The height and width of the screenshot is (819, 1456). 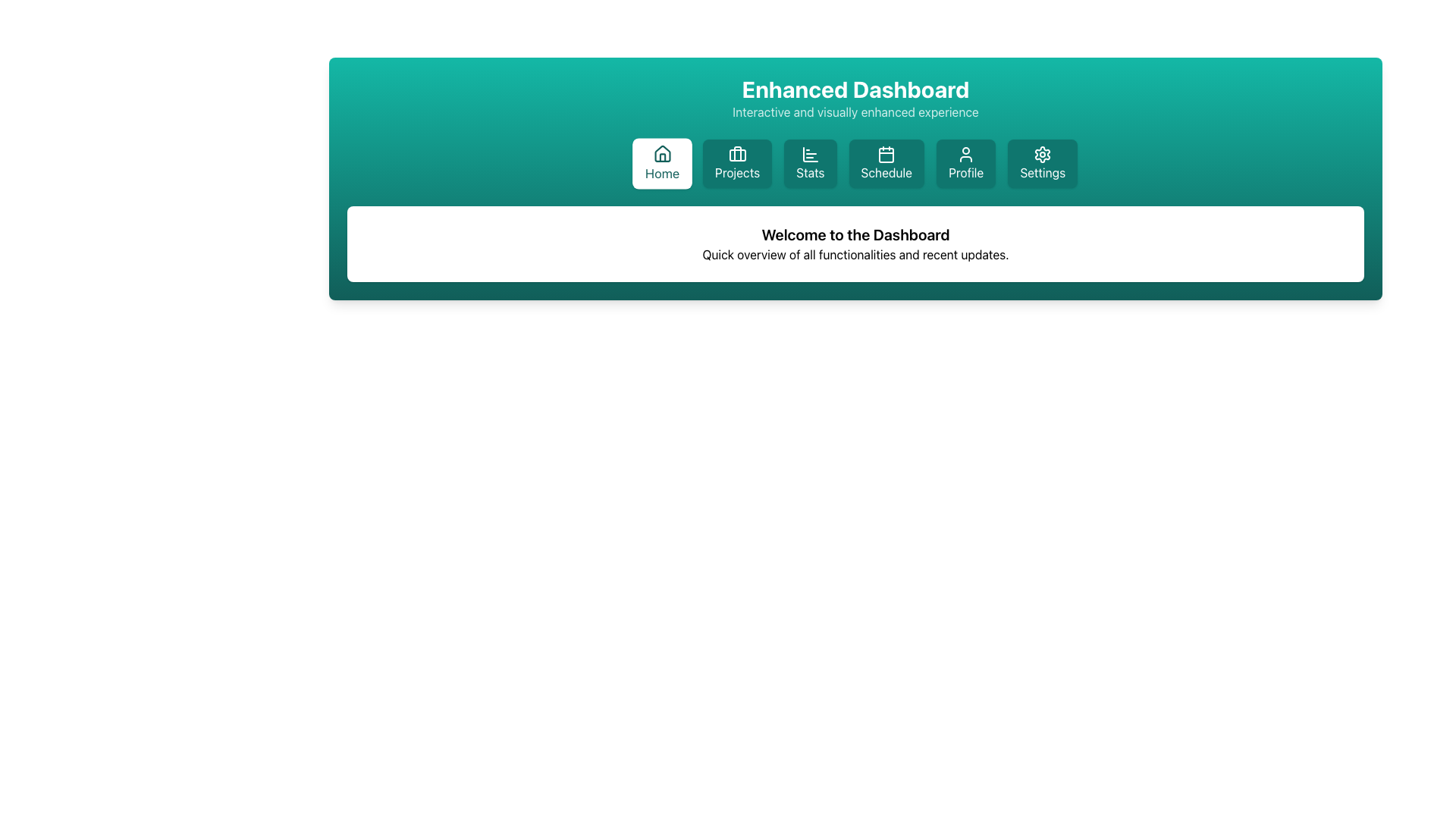 What do you see at coordinates (809, 171) in the screenshot?
I see `the 'Stats' text label located in the navigation bar` at bounding box center [809, 171].